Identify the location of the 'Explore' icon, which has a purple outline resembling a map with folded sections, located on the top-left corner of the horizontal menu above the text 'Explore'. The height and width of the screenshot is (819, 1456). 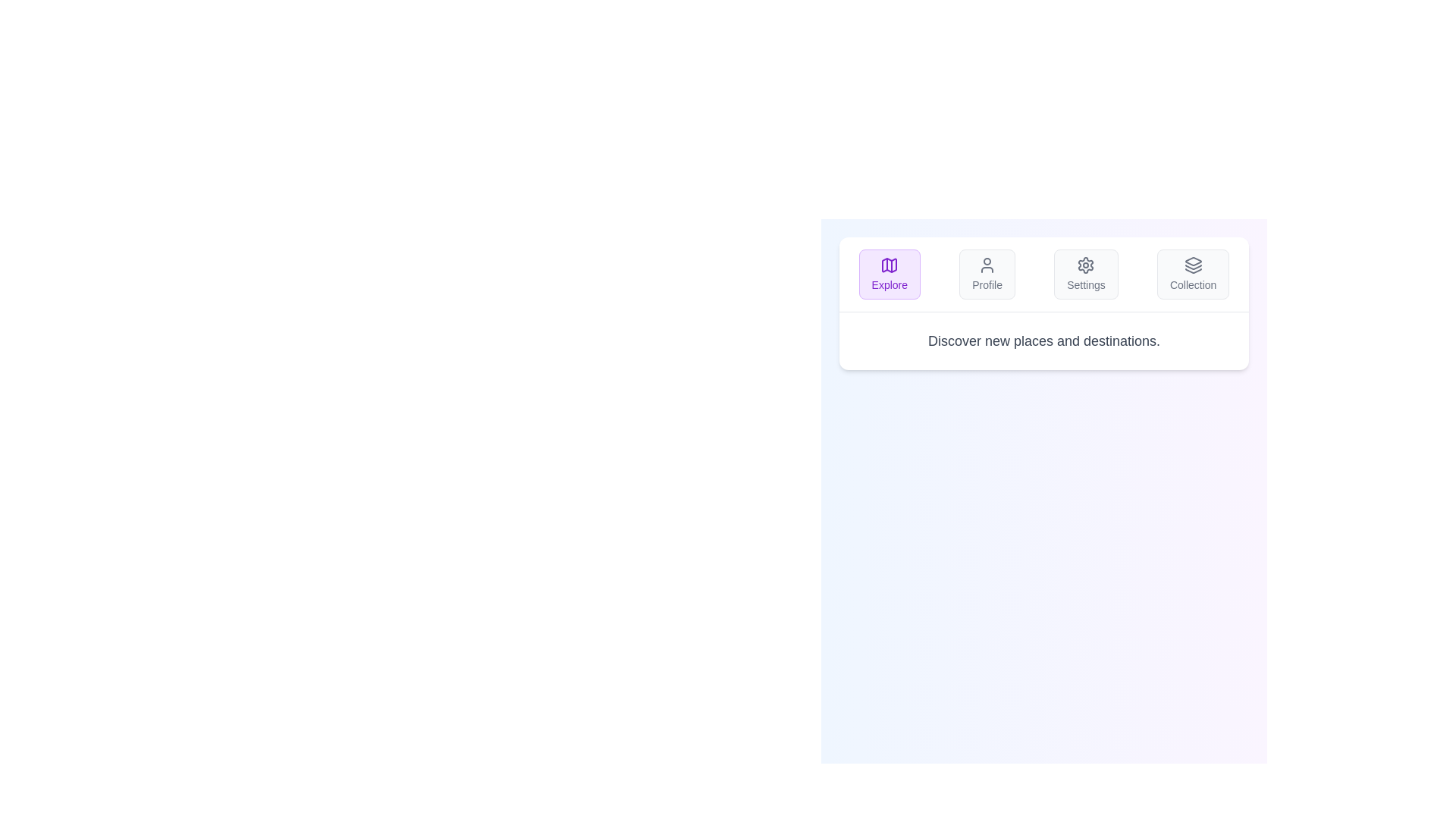
(890, 265).